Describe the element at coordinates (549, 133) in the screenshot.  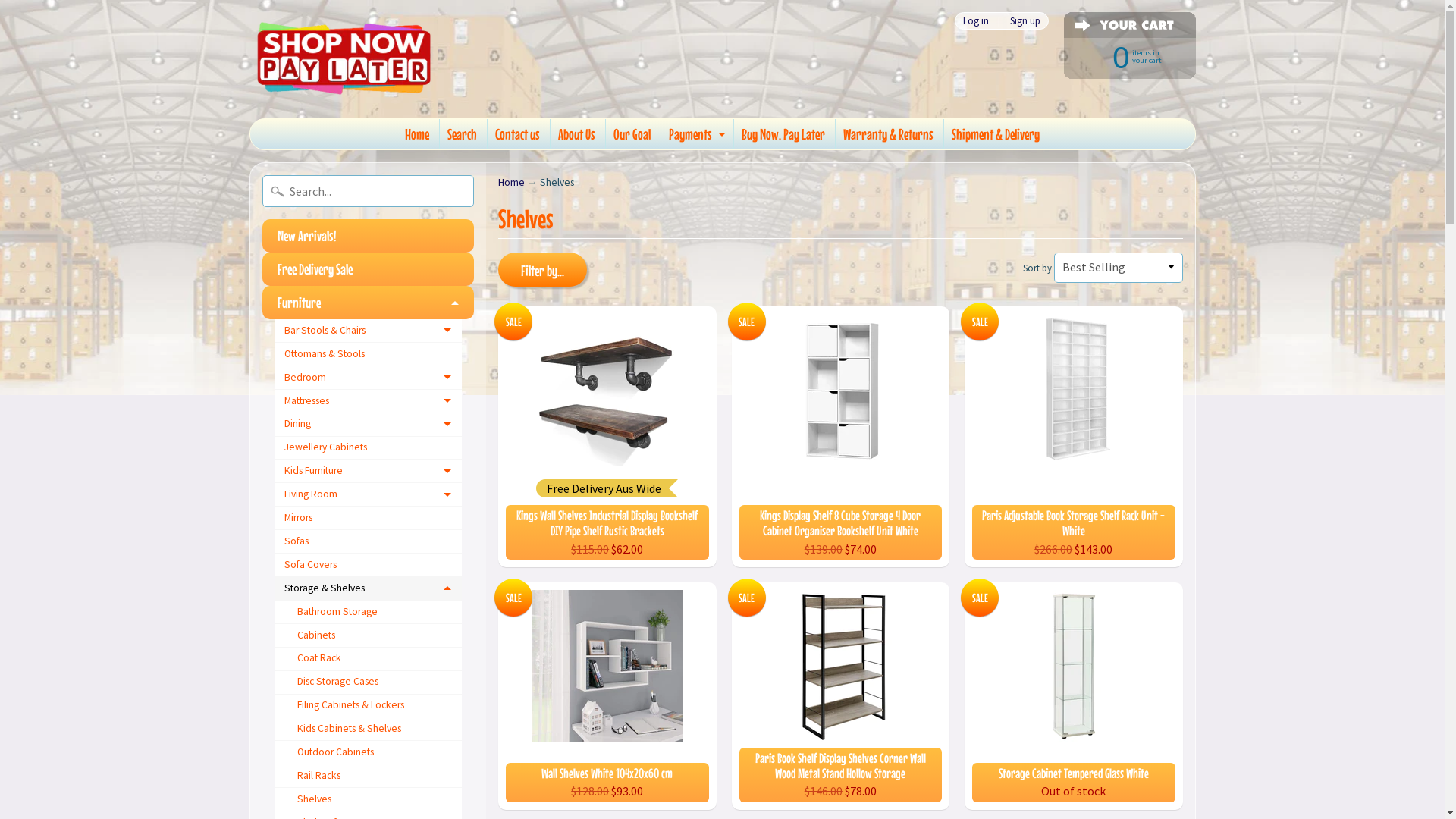
I see `'About Us'` at that location.